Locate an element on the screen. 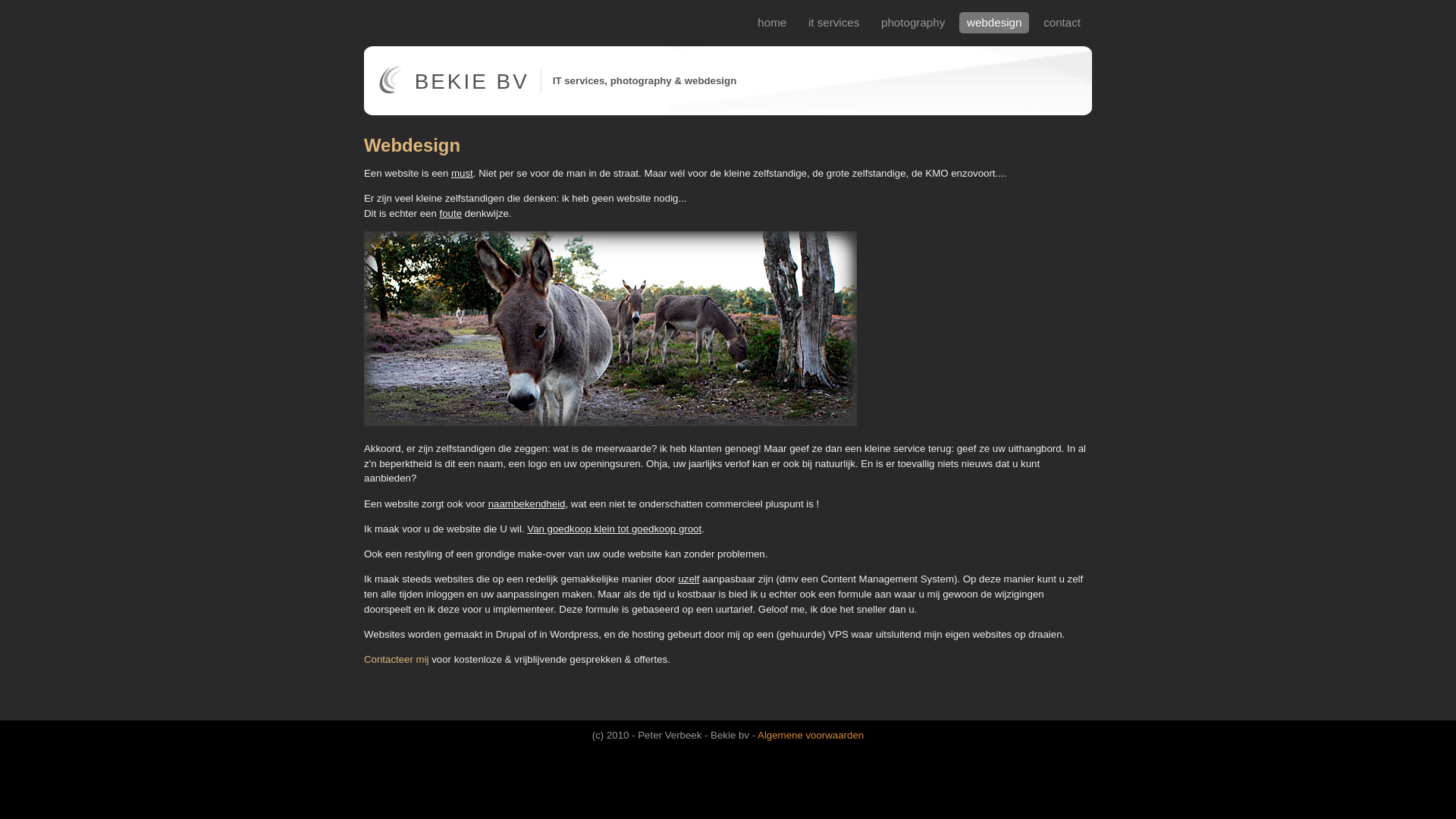 This screenshot has height=819, width=1456. 'home' is located at coordinates (773, 22).